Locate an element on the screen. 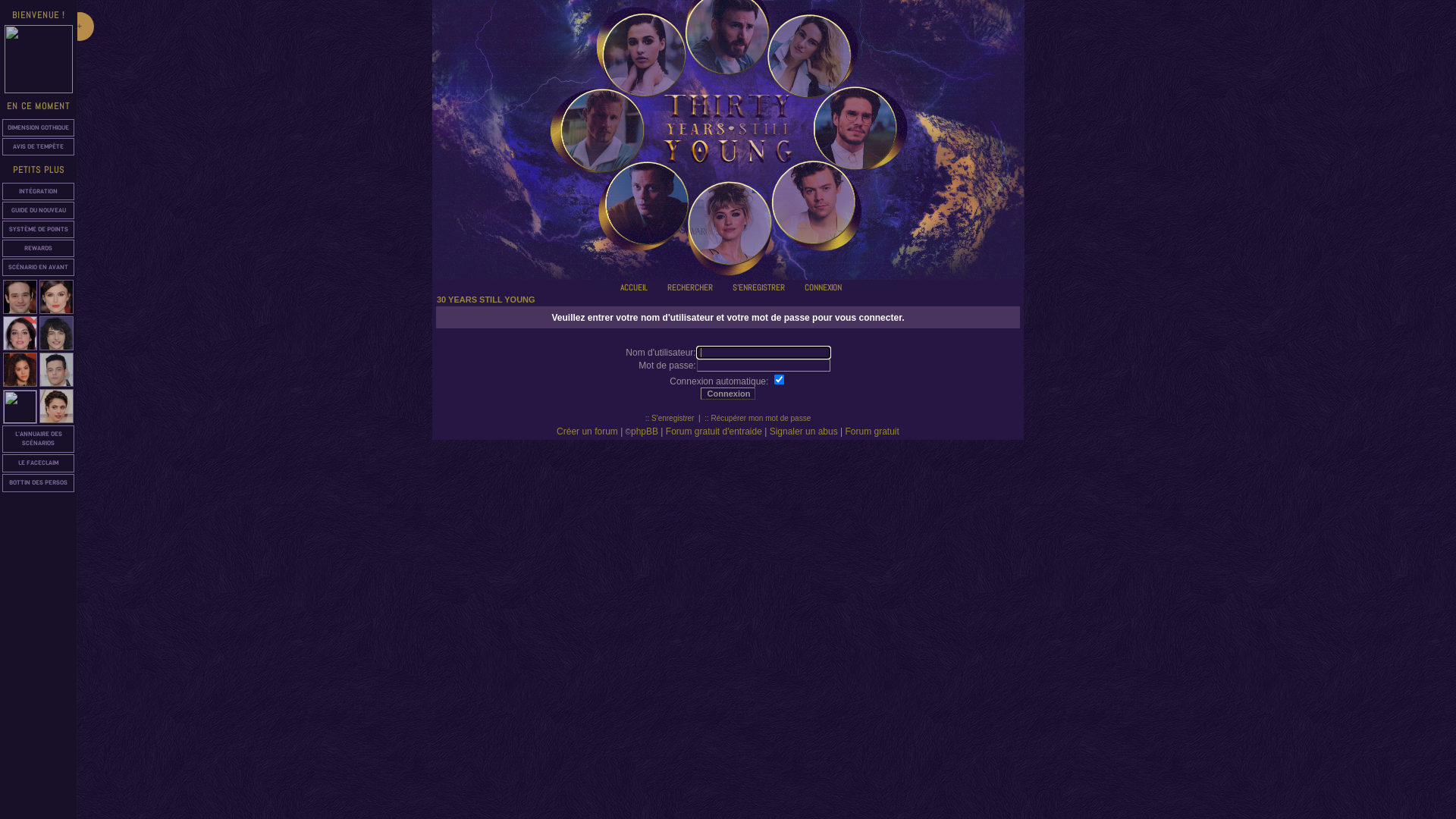 This screenshot has height=819, width=1456. 'Accueil' is located at coordinates (613, 285).